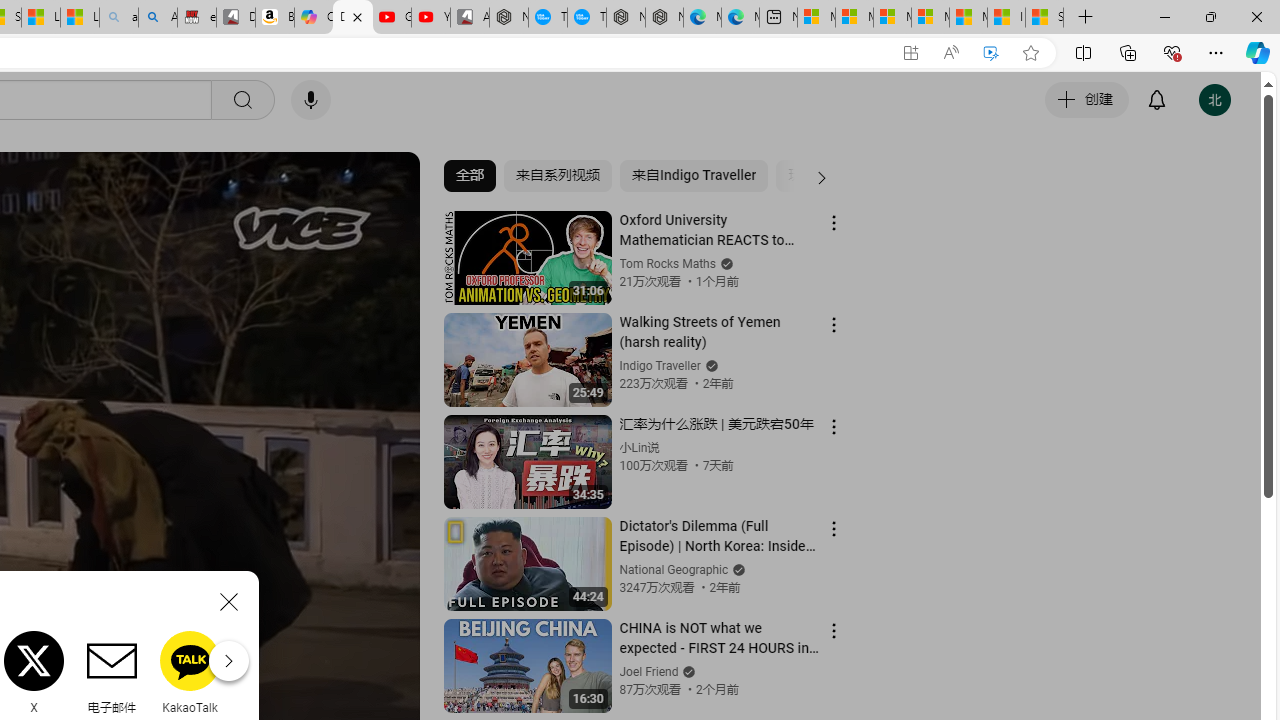 This screenshot has height=720, width=1280. I want to click on 'App available. Install YouTube', so click(909, 52).